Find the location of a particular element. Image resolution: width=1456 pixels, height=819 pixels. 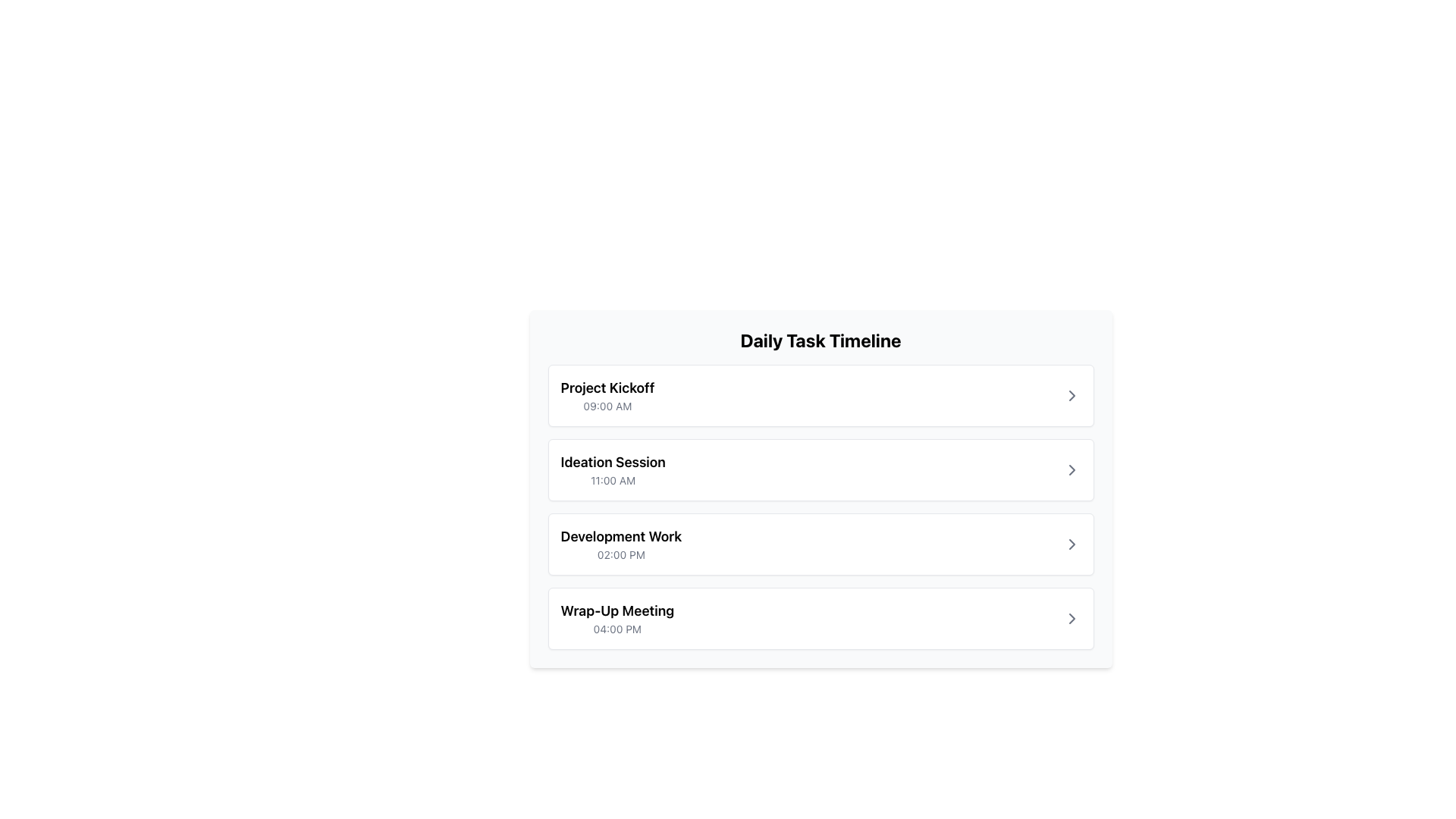

the event details displayed is located at coordinates (613, 469).